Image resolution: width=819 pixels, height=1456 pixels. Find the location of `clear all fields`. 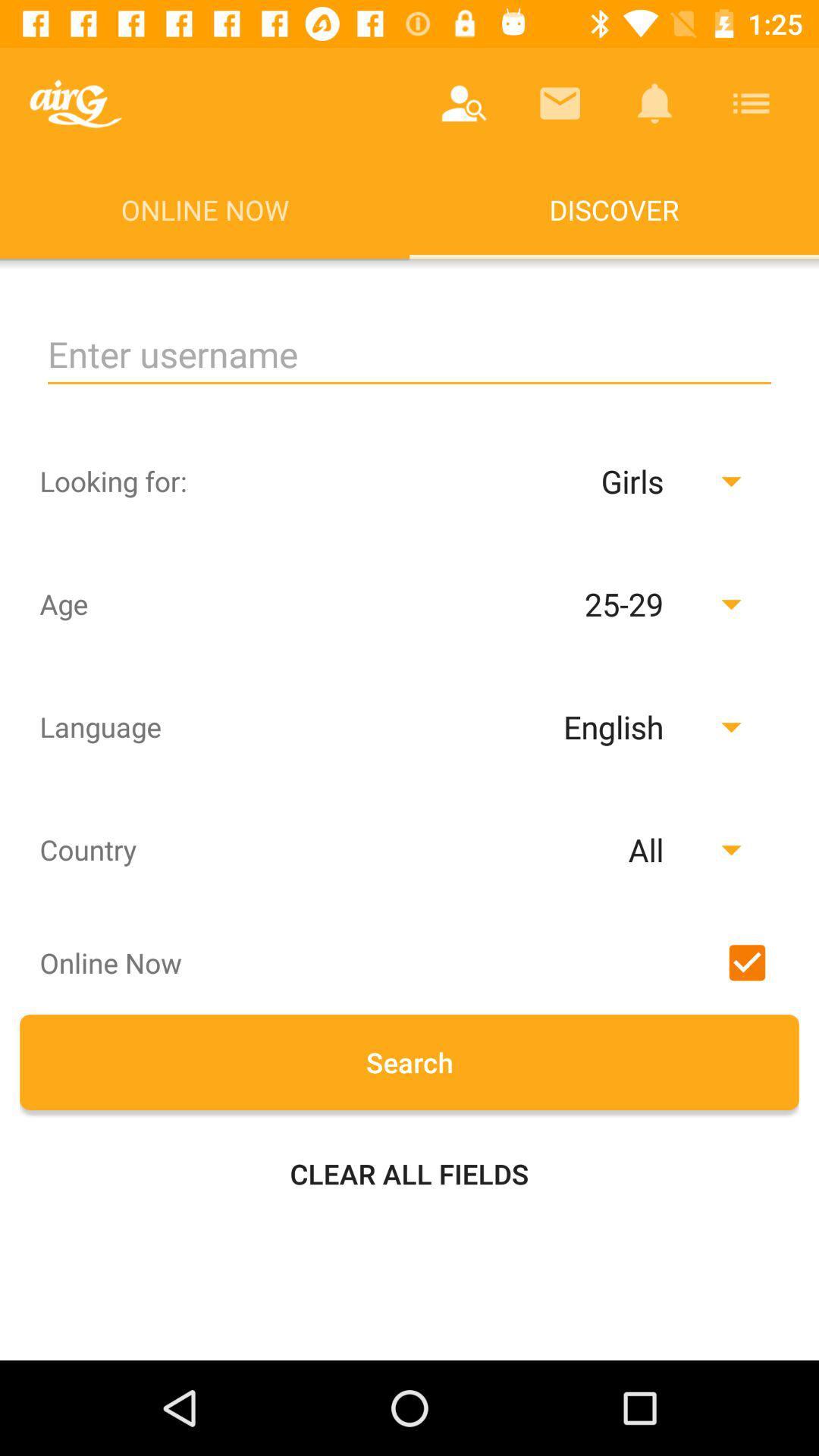

clear all fields is located at coordinates (409, 1173).